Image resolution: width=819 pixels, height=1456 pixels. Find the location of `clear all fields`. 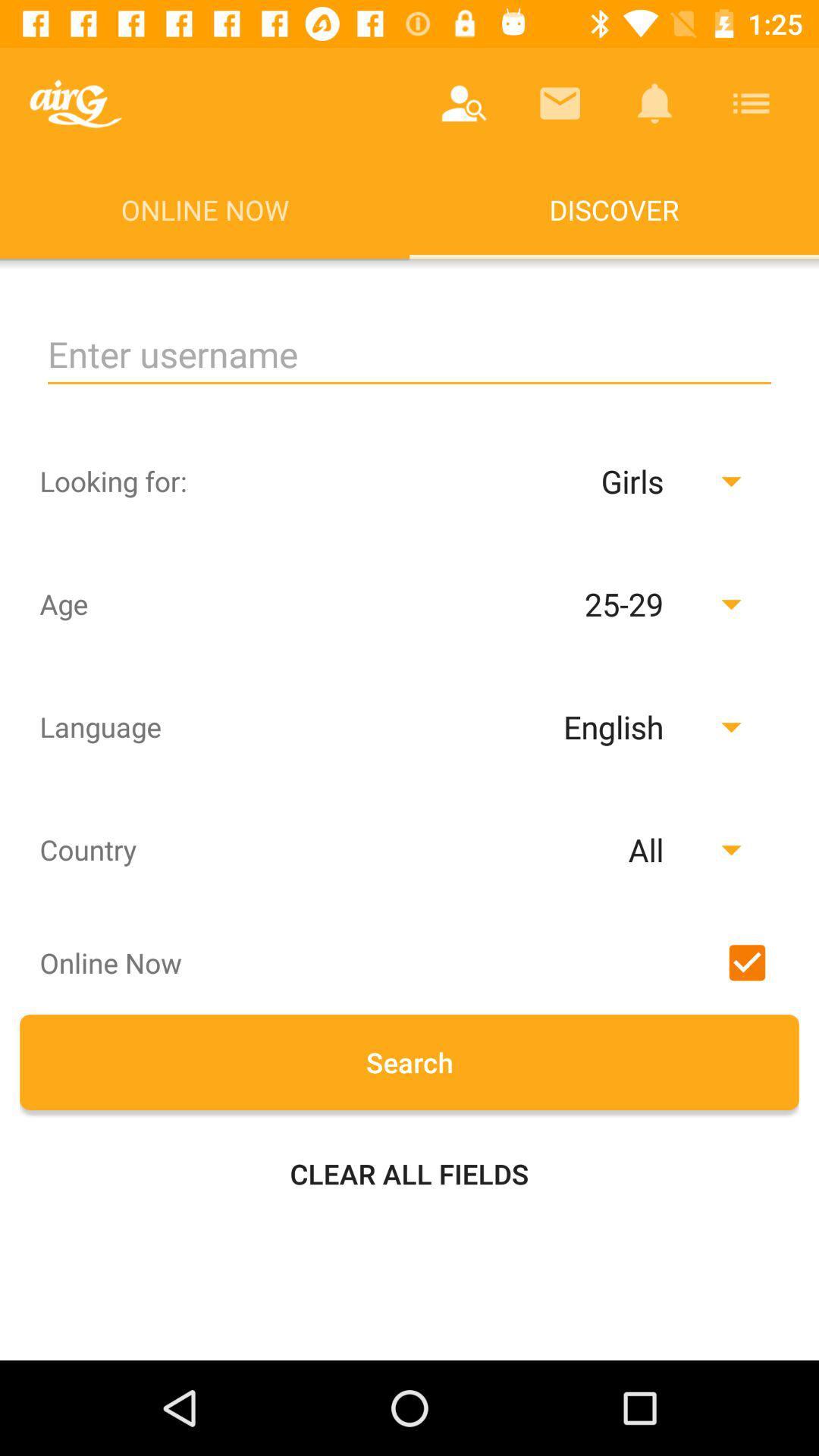

clear all fields is located at coordinates (409, 1173).